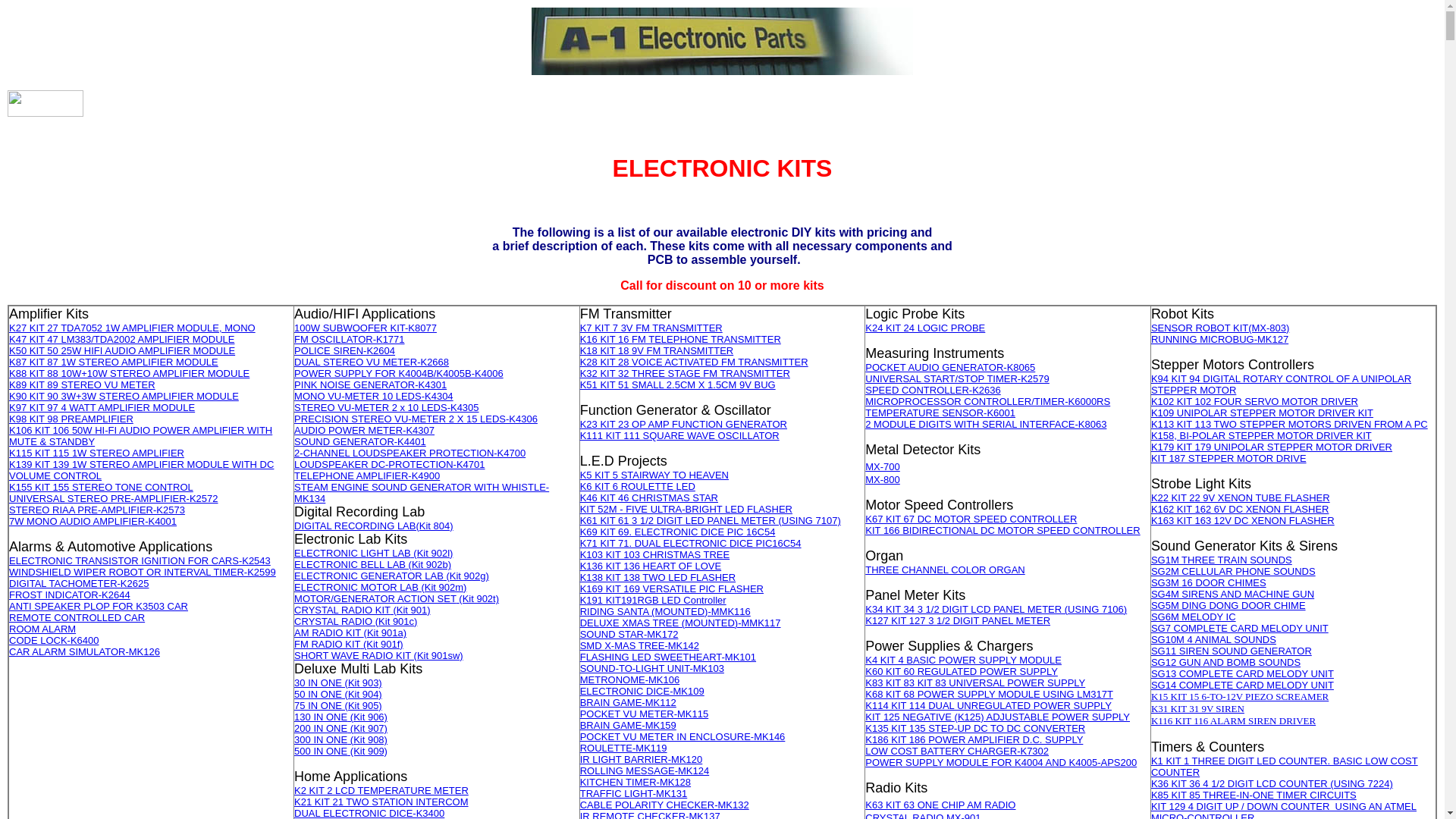 This screenshot has width=1456, height=819. What do you see at coordinates (635, 782) in the screenshot?
I see `'KITCHEN TIMER-MK128'` at bounding box center [635, 782].